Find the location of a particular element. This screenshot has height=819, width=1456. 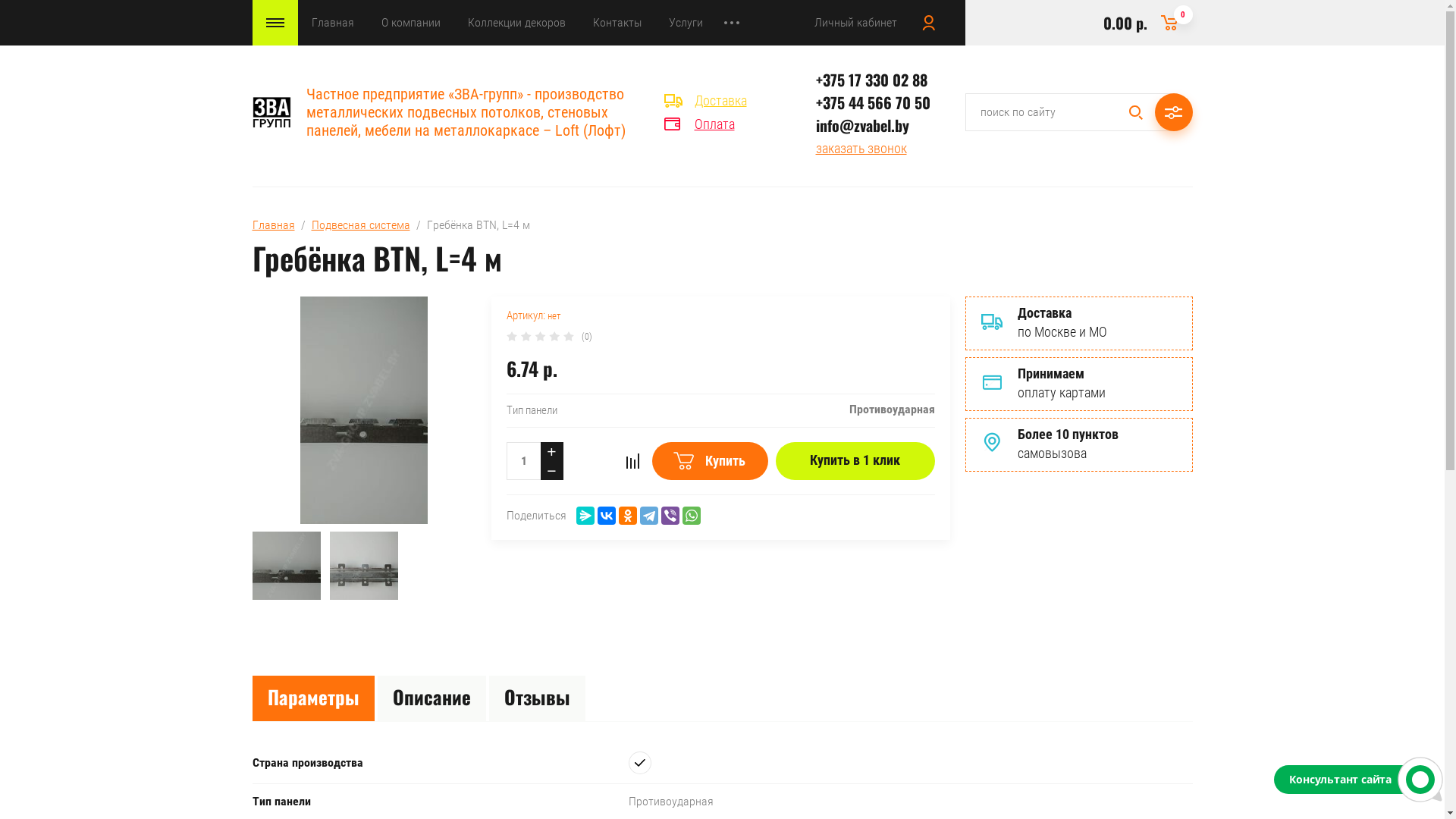

'Viber' is located at coordinates (669, 514).